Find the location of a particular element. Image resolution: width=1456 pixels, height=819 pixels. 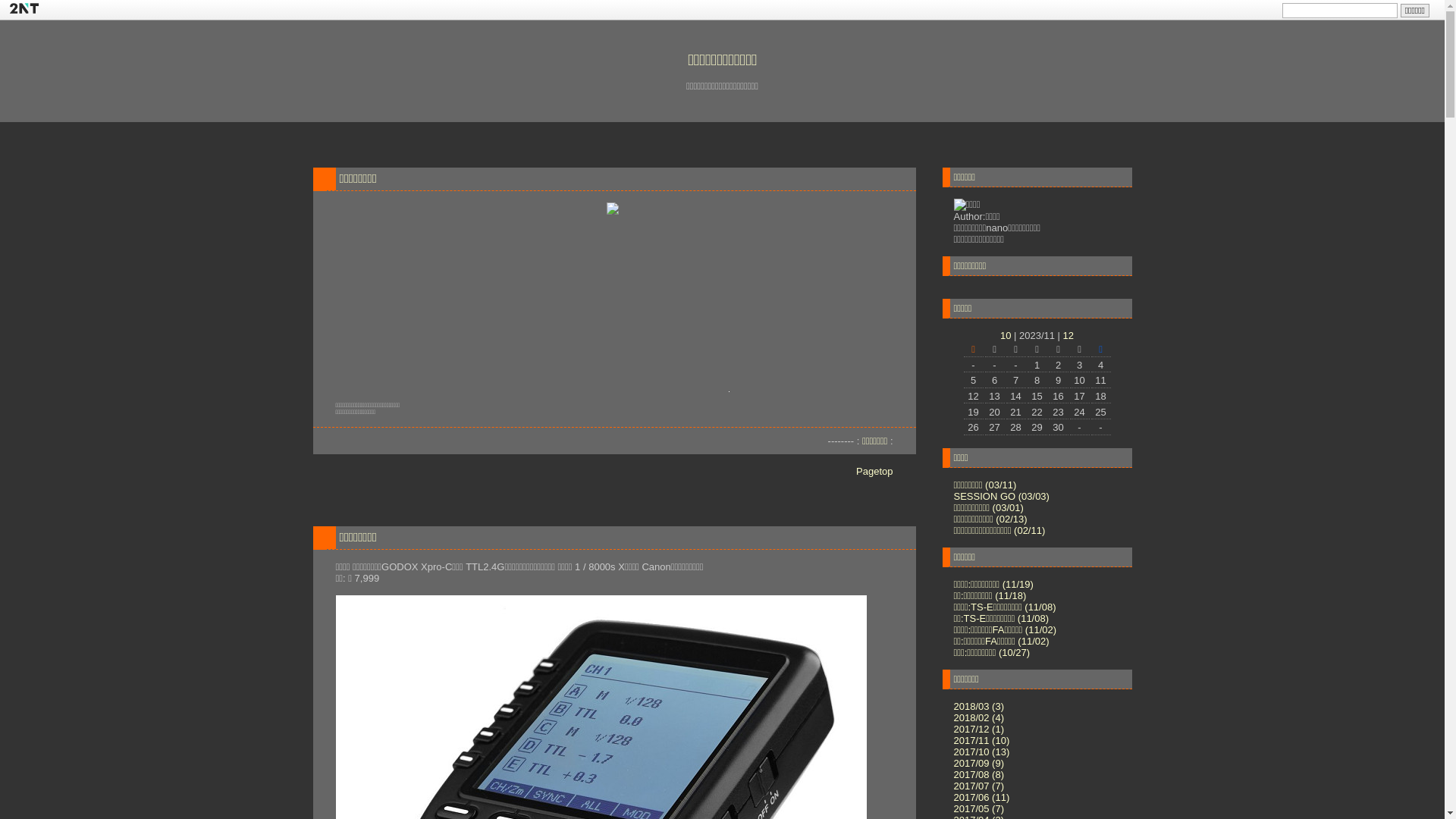

'12' is located at coordinates (1068, 334).